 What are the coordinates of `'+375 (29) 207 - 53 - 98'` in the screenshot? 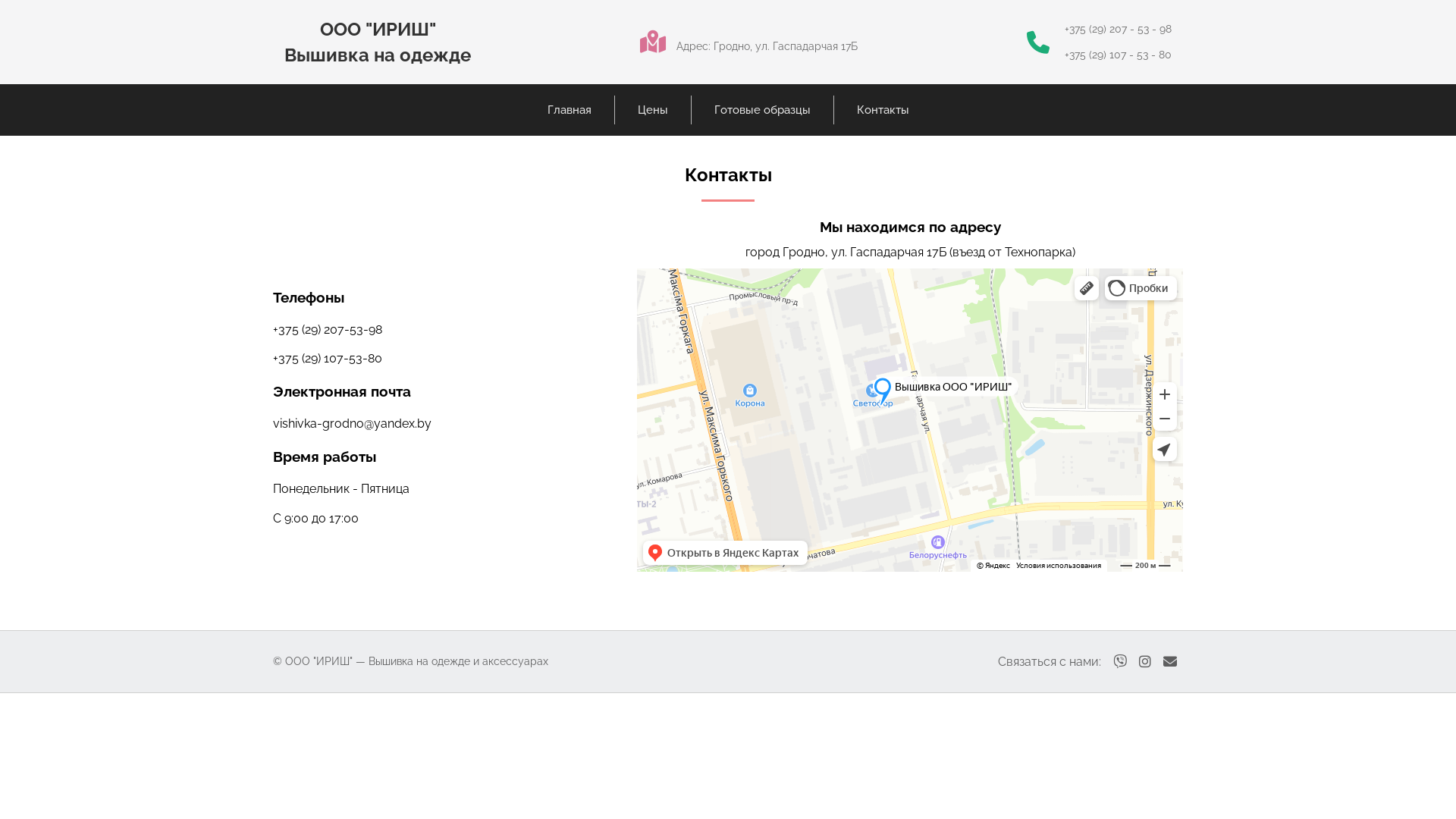 It's located at (1063, 29).